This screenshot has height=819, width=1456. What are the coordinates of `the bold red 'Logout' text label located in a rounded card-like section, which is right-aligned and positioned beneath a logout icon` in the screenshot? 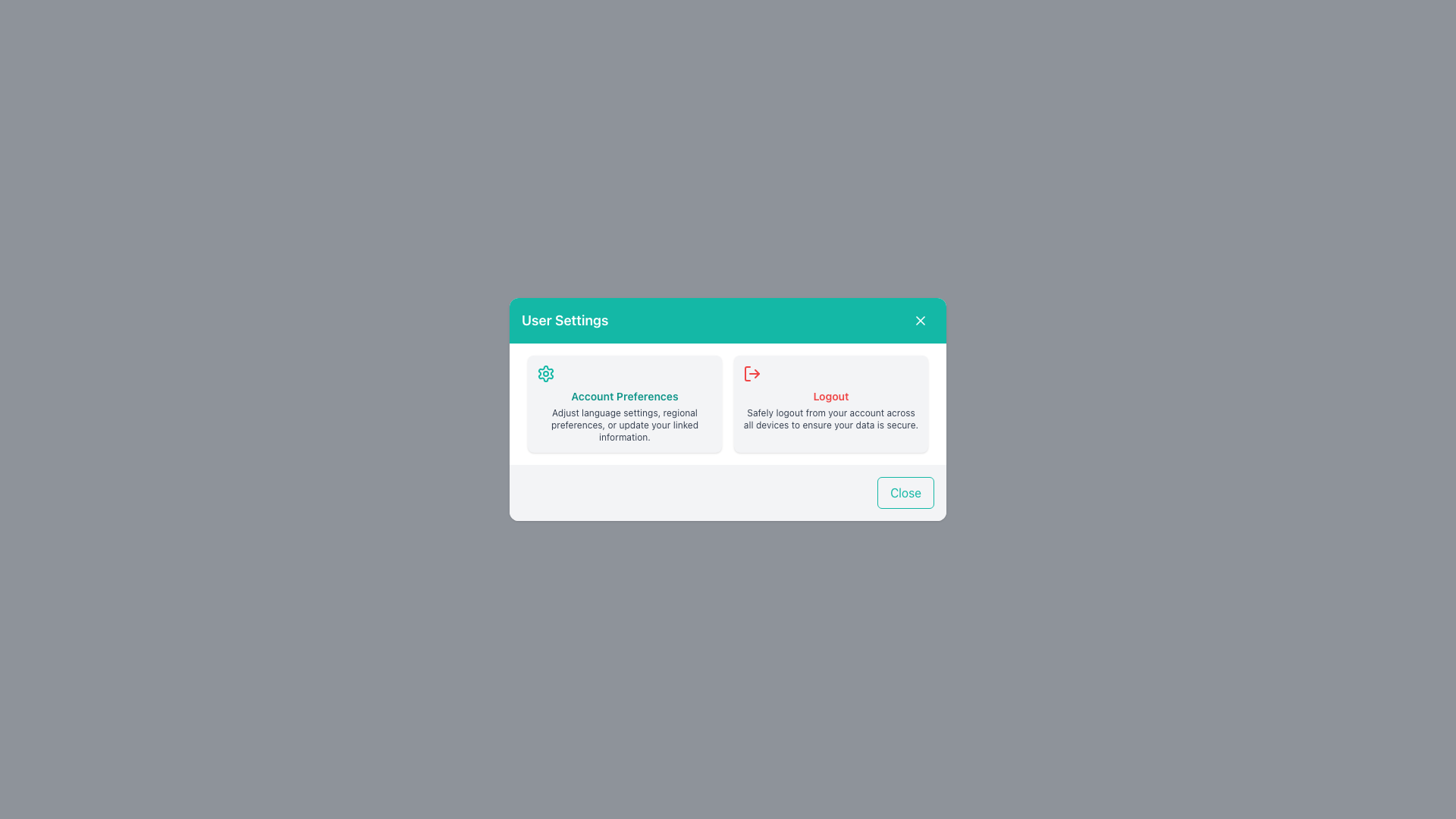 It's located at (830, 396).